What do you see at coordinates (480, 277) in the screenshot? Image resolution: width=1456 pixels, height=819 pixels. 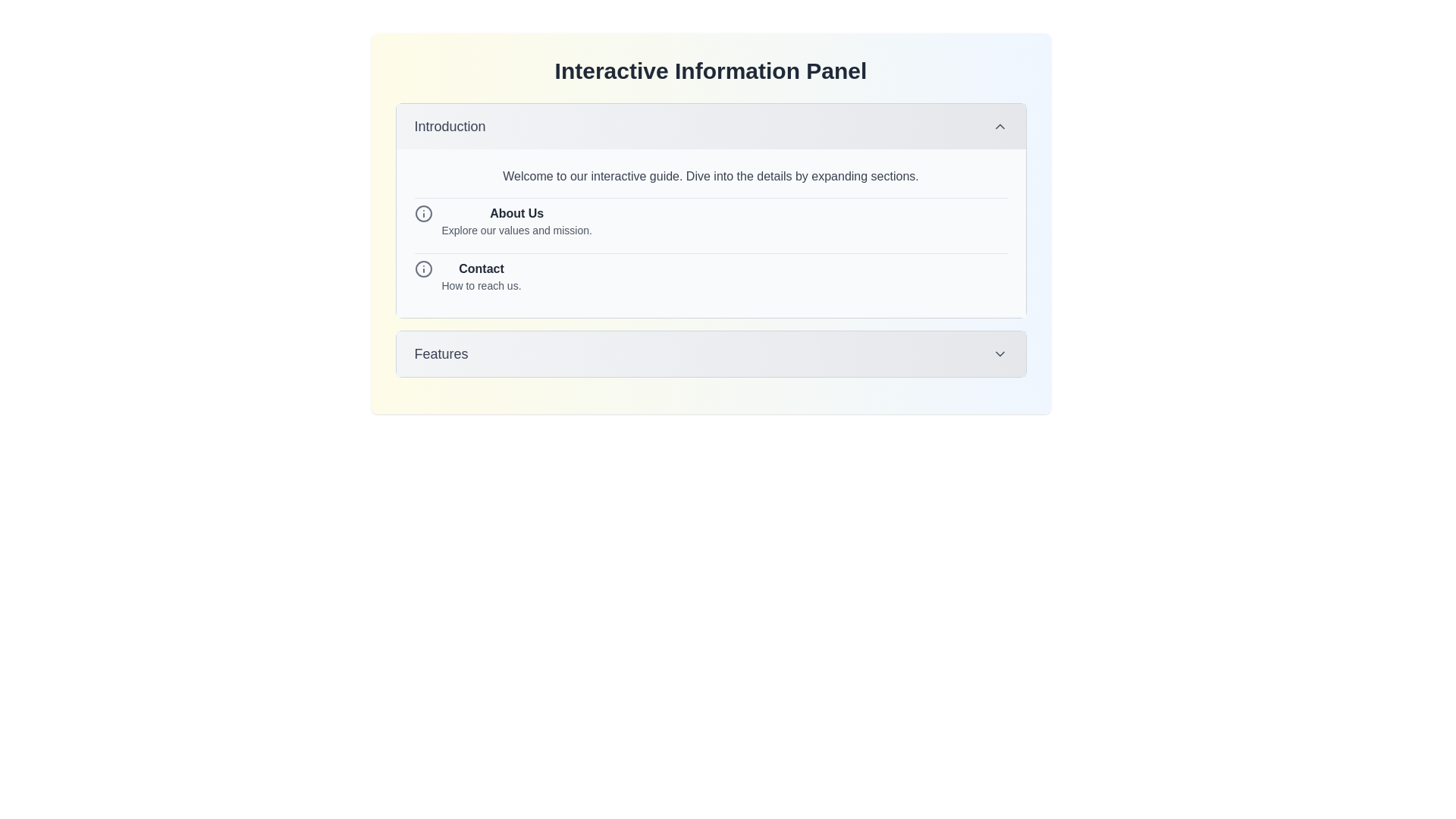 I see `text information displayed in the informational label located as the second item in the list, below the 'About Us' entry, which provides context about contacting the relevant entity` at bounding box center [480, 277].